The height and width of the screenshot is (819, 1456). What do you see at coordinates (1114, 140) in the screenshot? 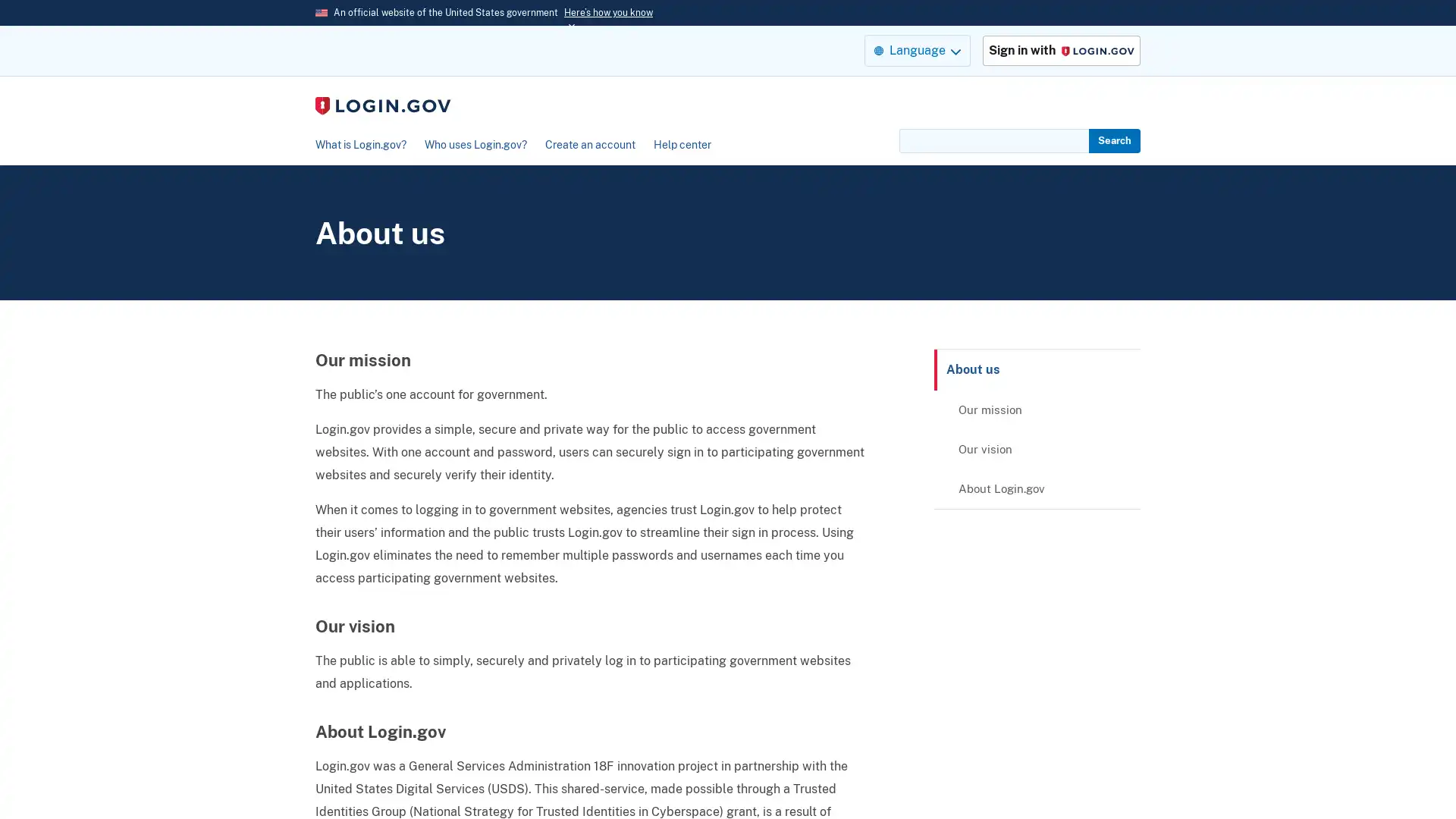
I see `Search` at bounding box center [1114, 140].